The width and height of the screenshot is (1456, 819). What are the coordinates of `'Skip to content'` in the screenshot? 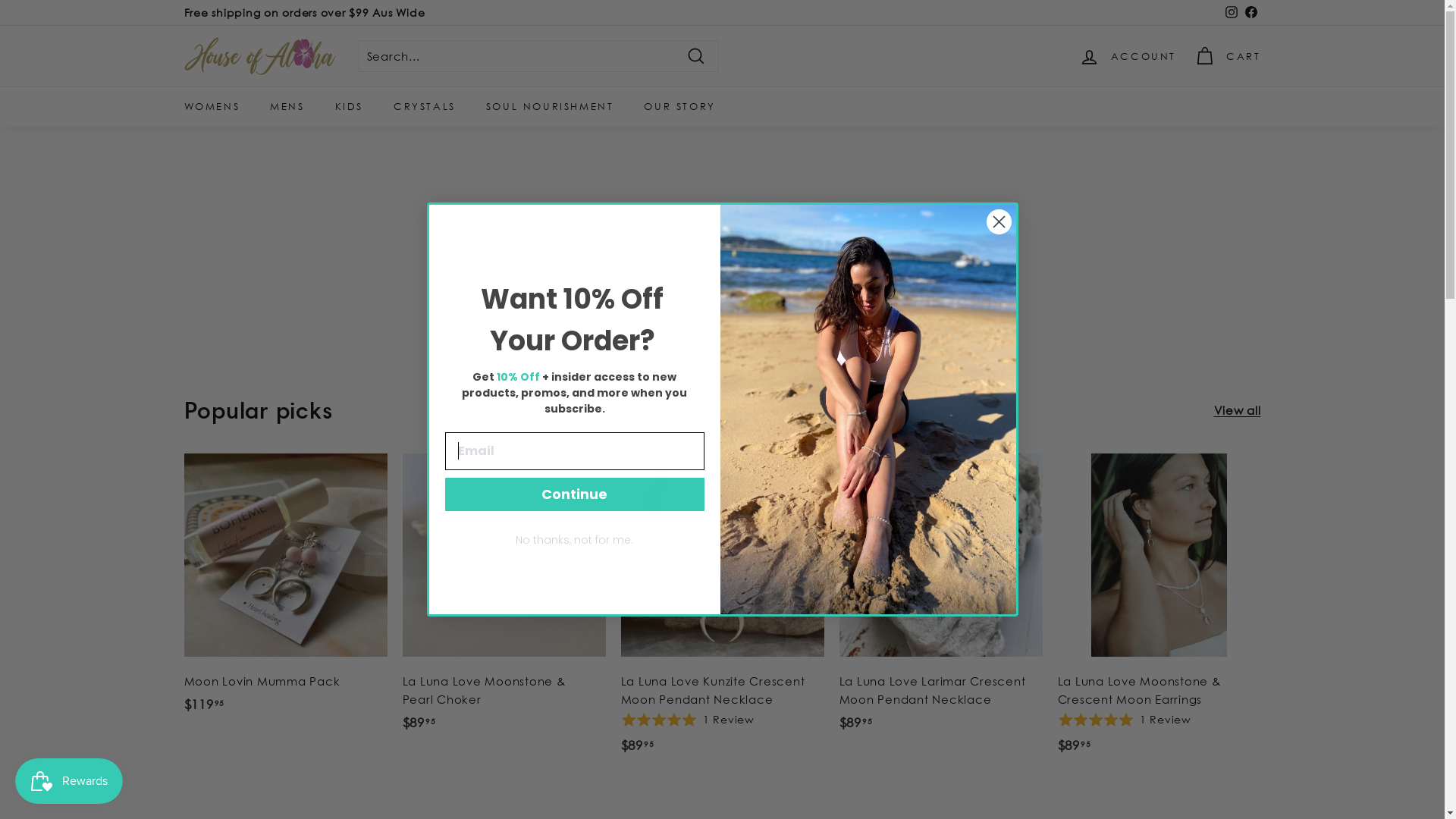 It's located at (0, 0).